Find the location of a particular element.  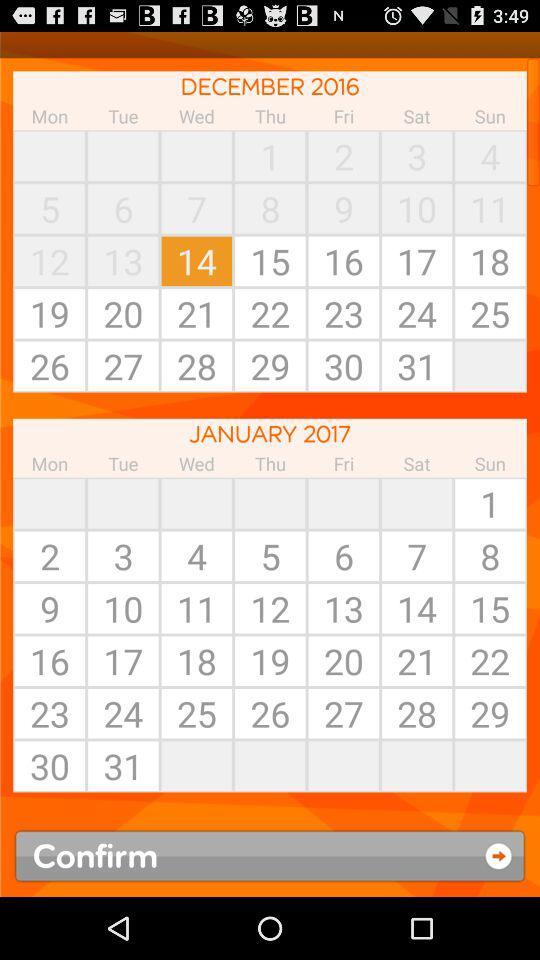

the date 9 of january is located at coordinates (50, 607).